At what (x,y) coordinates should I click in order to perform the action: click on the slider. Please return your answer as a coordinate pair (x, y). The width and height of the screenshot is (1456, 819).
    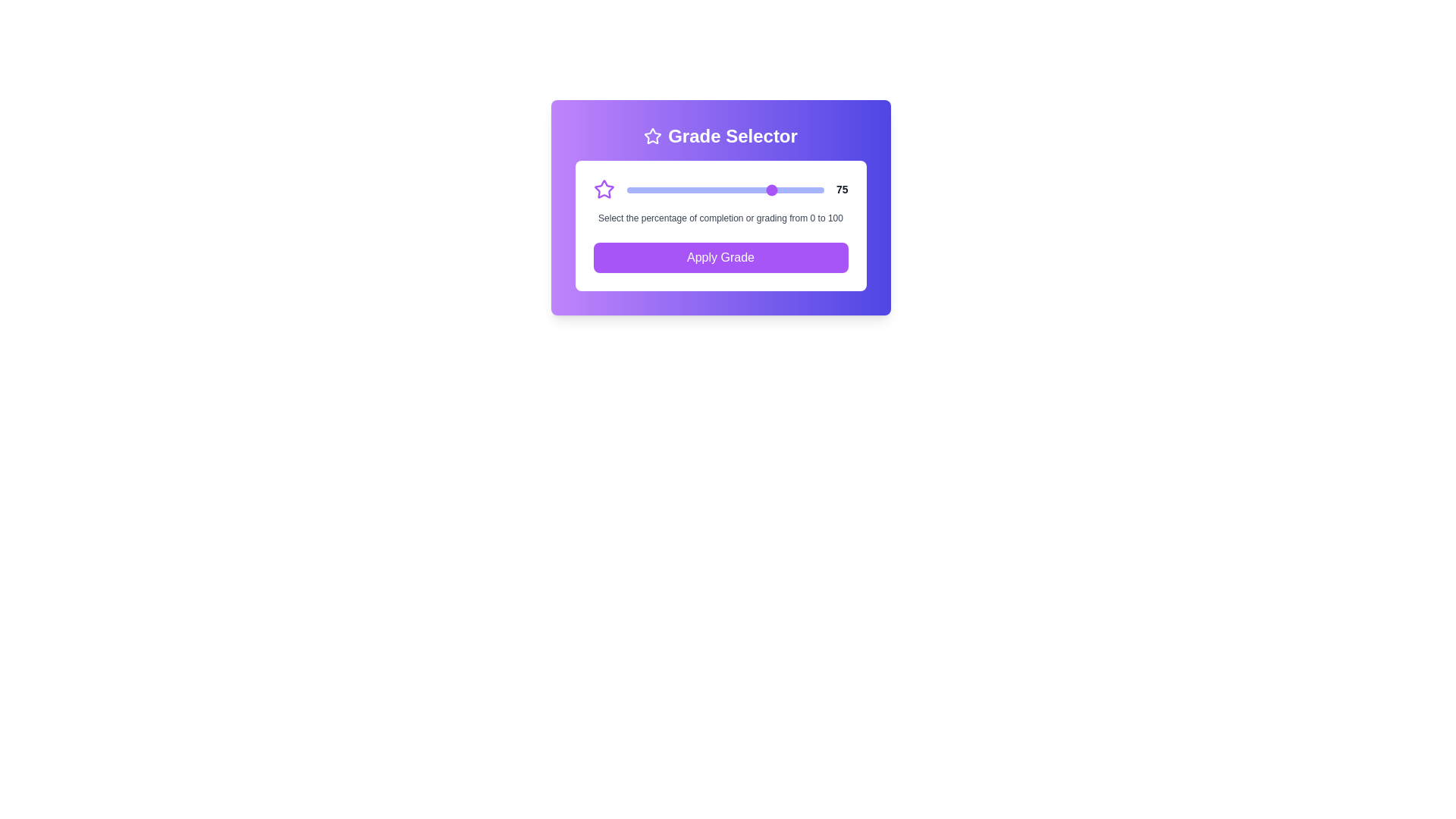
    Looking at the image, I should click on (745, 189).